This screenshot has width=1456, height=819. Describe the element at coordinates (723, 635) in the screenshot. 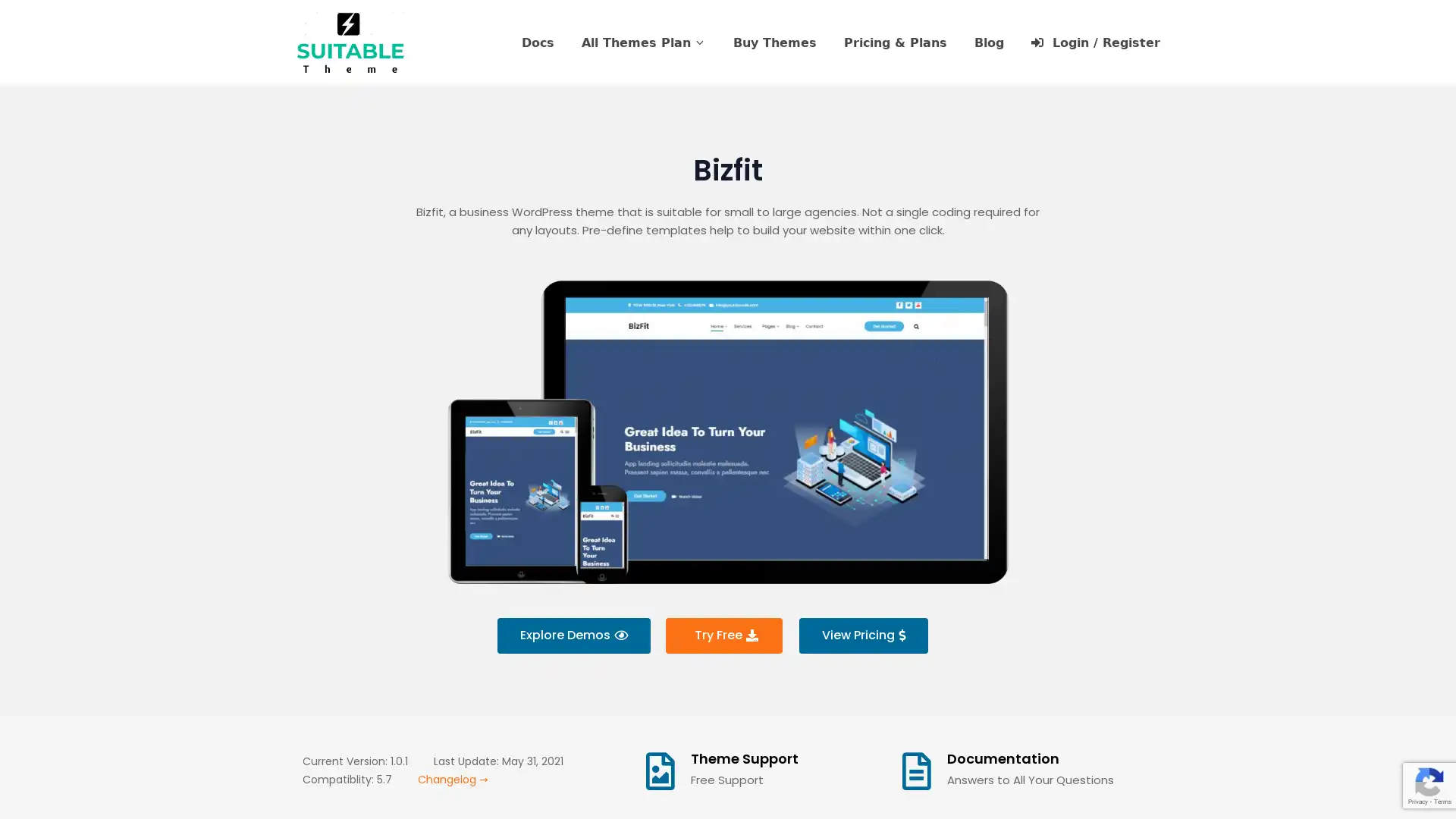

I see `Try Free` at that location.